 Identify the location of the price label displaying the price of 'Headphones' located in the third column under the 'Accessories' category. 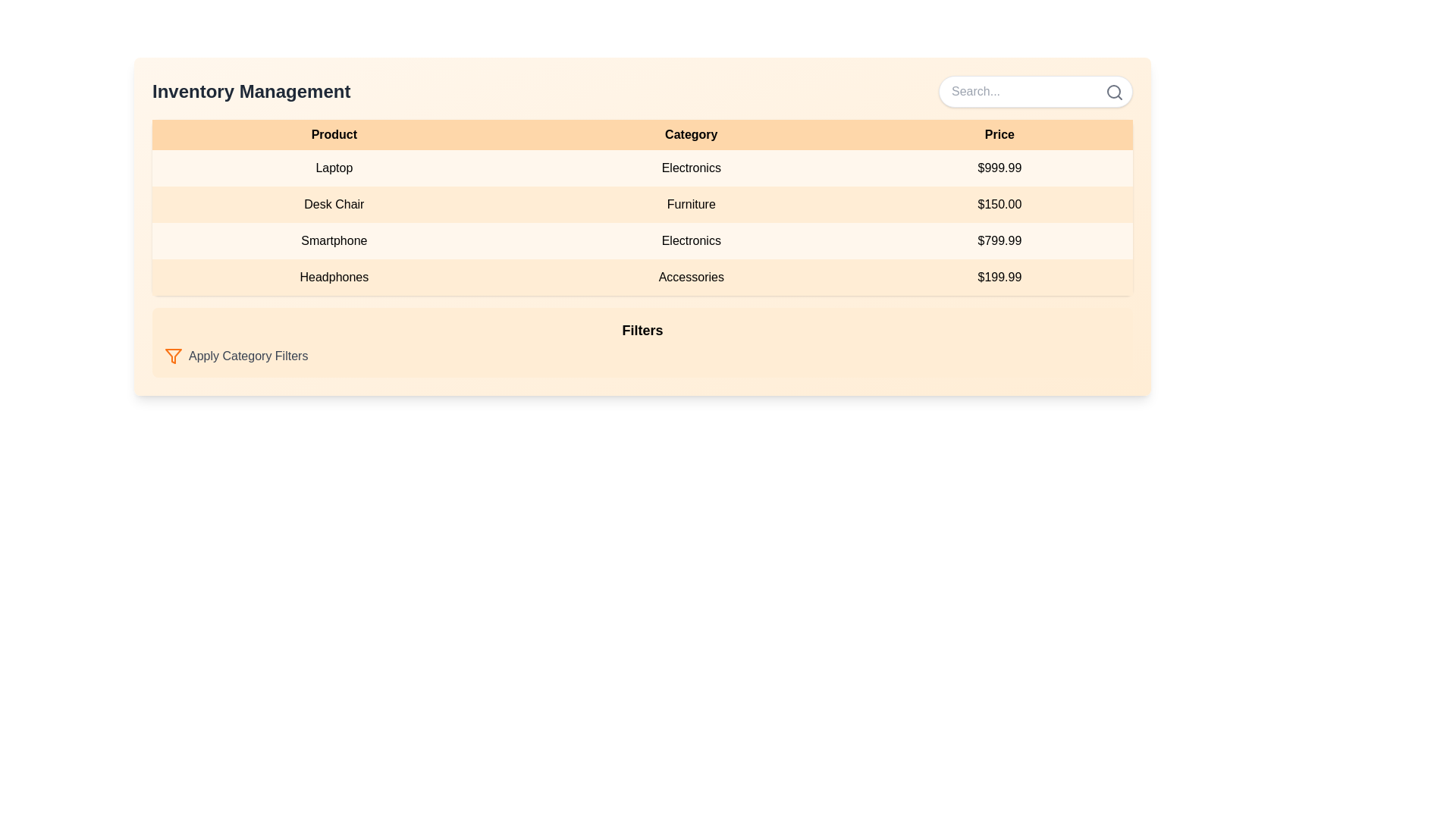
(999, 278).